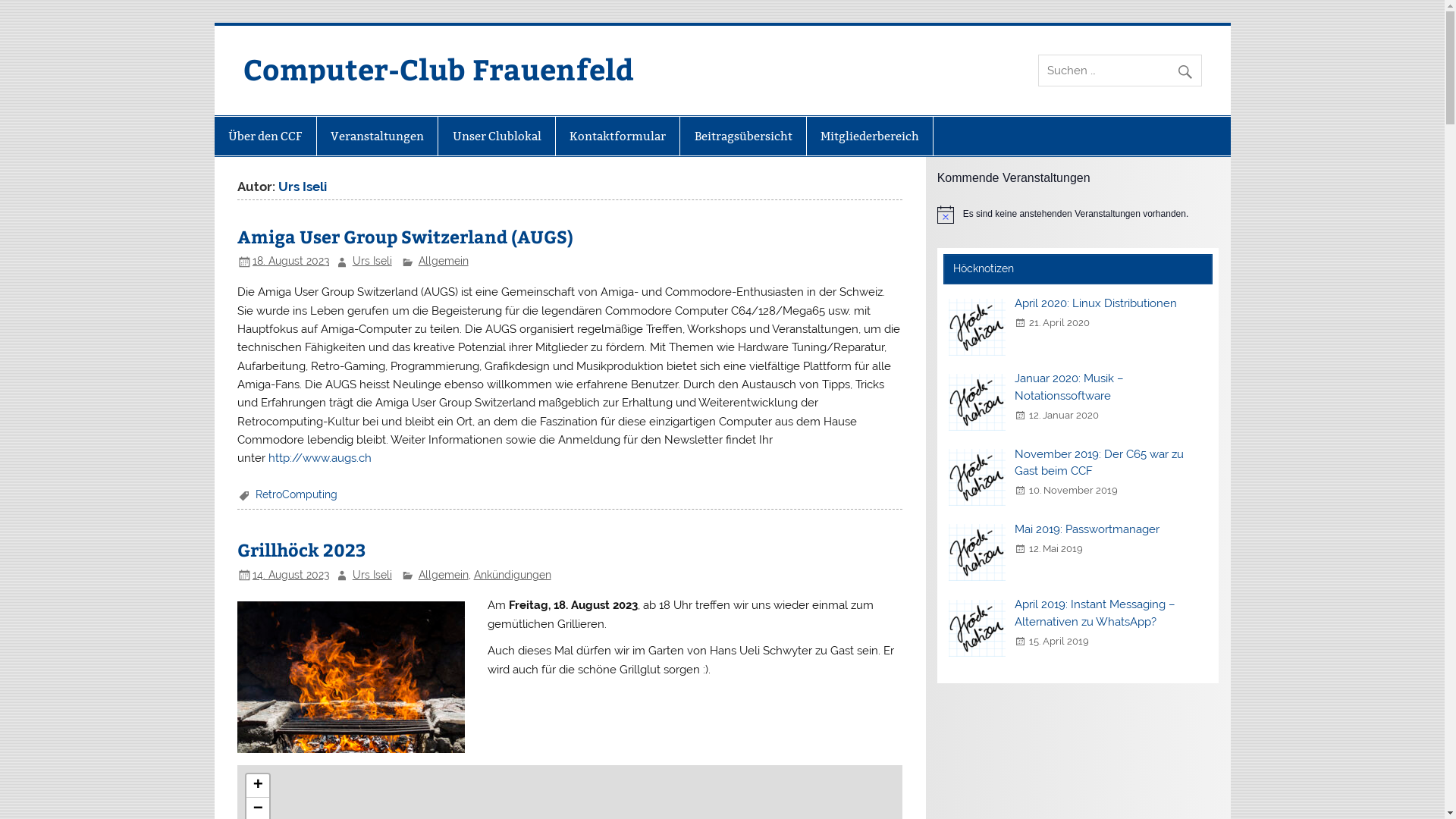 The width and height of the screenshot is (1456, 819). Describe the element at coordinates (258, 785) in the screenshot. I see `'+'` at that location.